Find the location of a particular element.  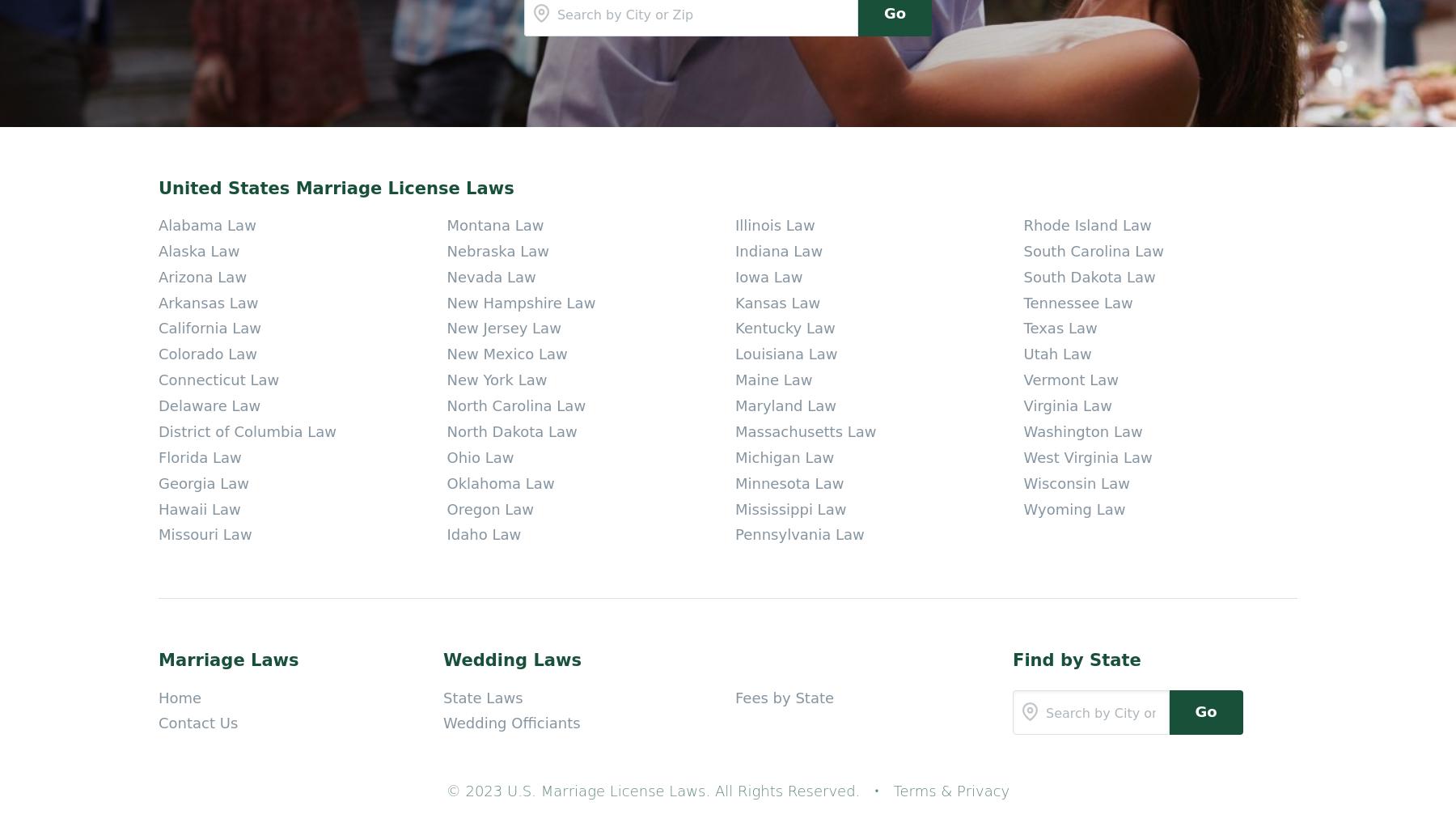

'Wyoming Law' is located at coordinates (1074, 134).